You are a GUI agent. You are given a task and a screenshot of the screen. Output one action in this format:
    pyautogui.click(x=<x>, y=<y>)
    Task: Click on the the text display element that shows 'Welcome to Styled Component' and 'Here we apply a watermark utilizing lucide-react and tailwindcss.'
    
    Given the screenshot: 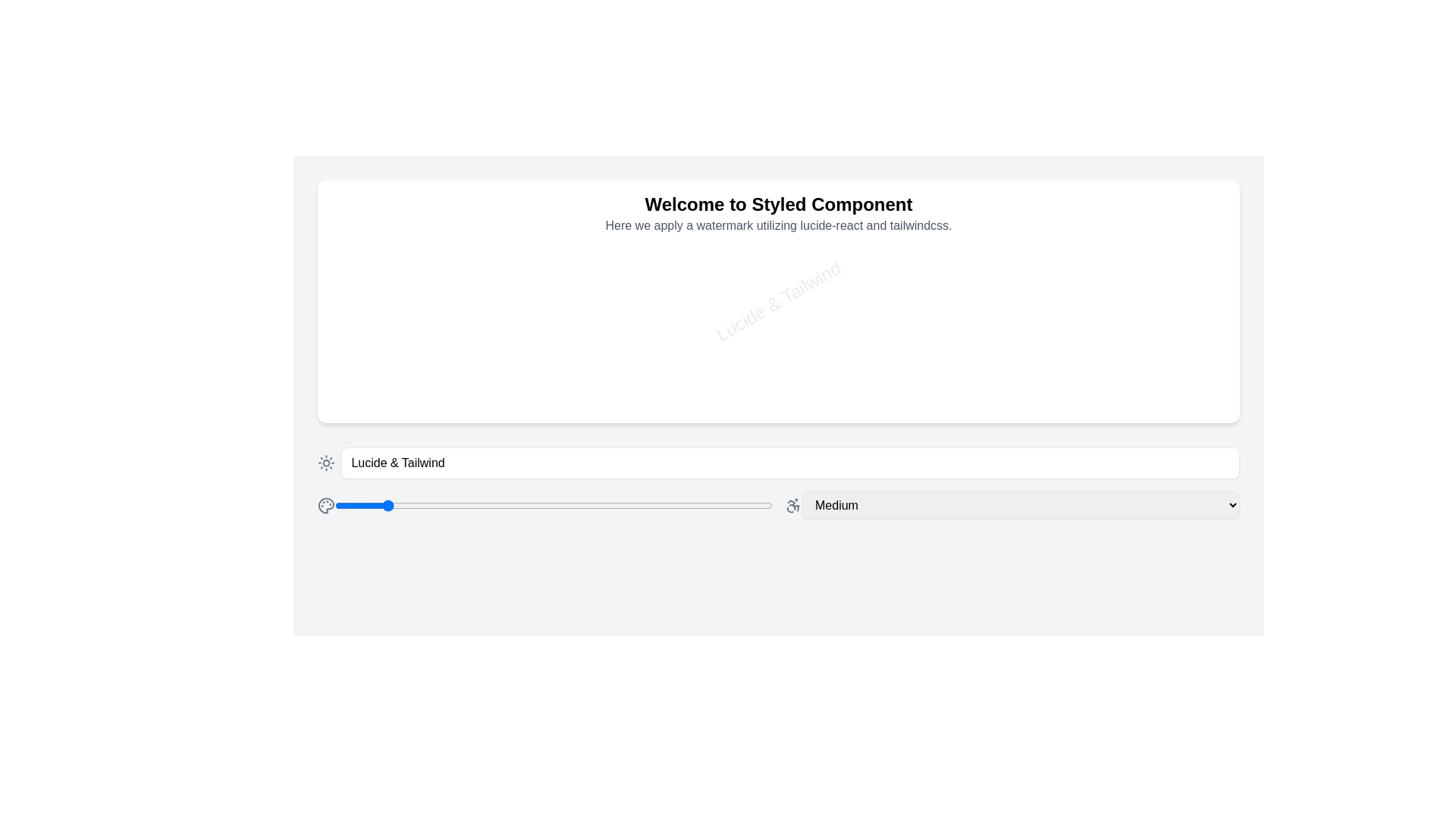 What is the action you would take?
    pyautogui.click(x=779, y=213)
    